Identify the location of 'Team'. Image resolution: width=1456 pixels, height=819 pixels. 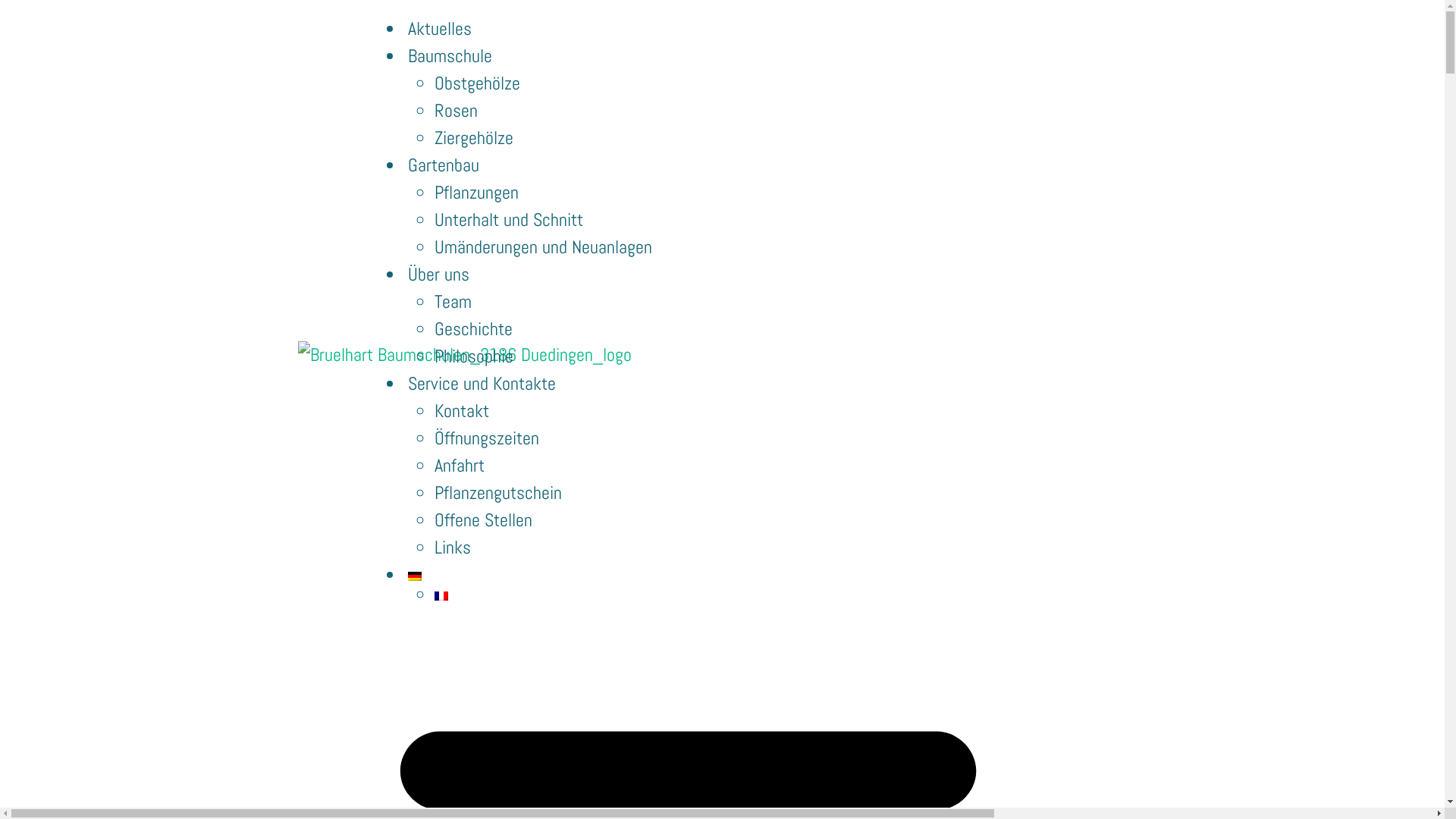
(452, 301).